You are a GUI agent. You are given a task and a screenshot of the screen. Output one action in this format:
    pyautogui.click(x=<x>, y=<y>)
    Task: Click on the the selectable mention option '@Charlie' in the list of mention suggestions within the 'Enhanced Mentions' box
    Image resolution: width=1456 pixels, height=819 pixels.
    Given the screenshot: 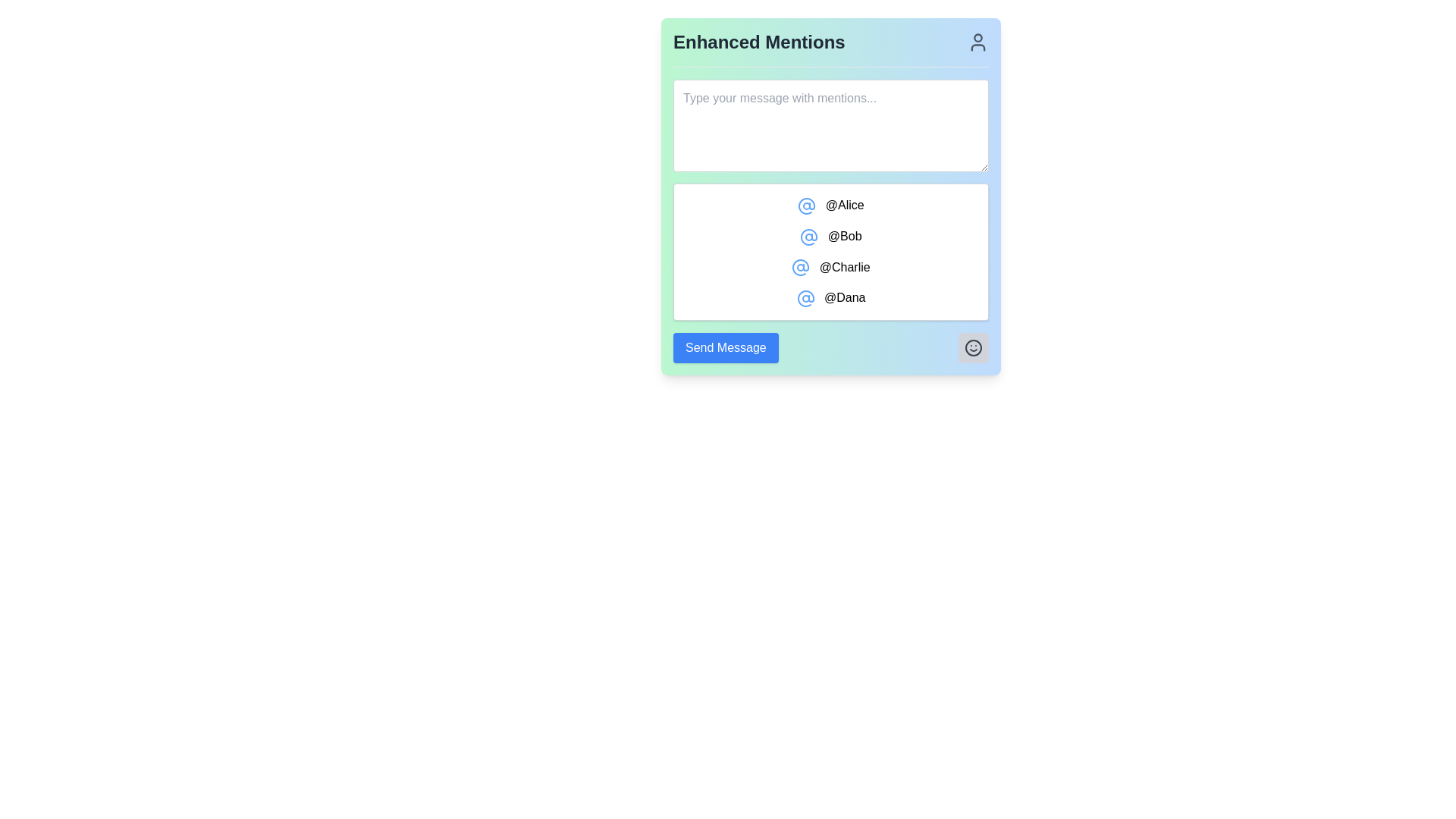 What is the action you would take?
    pyautogui.click(x=830, y=265)
    